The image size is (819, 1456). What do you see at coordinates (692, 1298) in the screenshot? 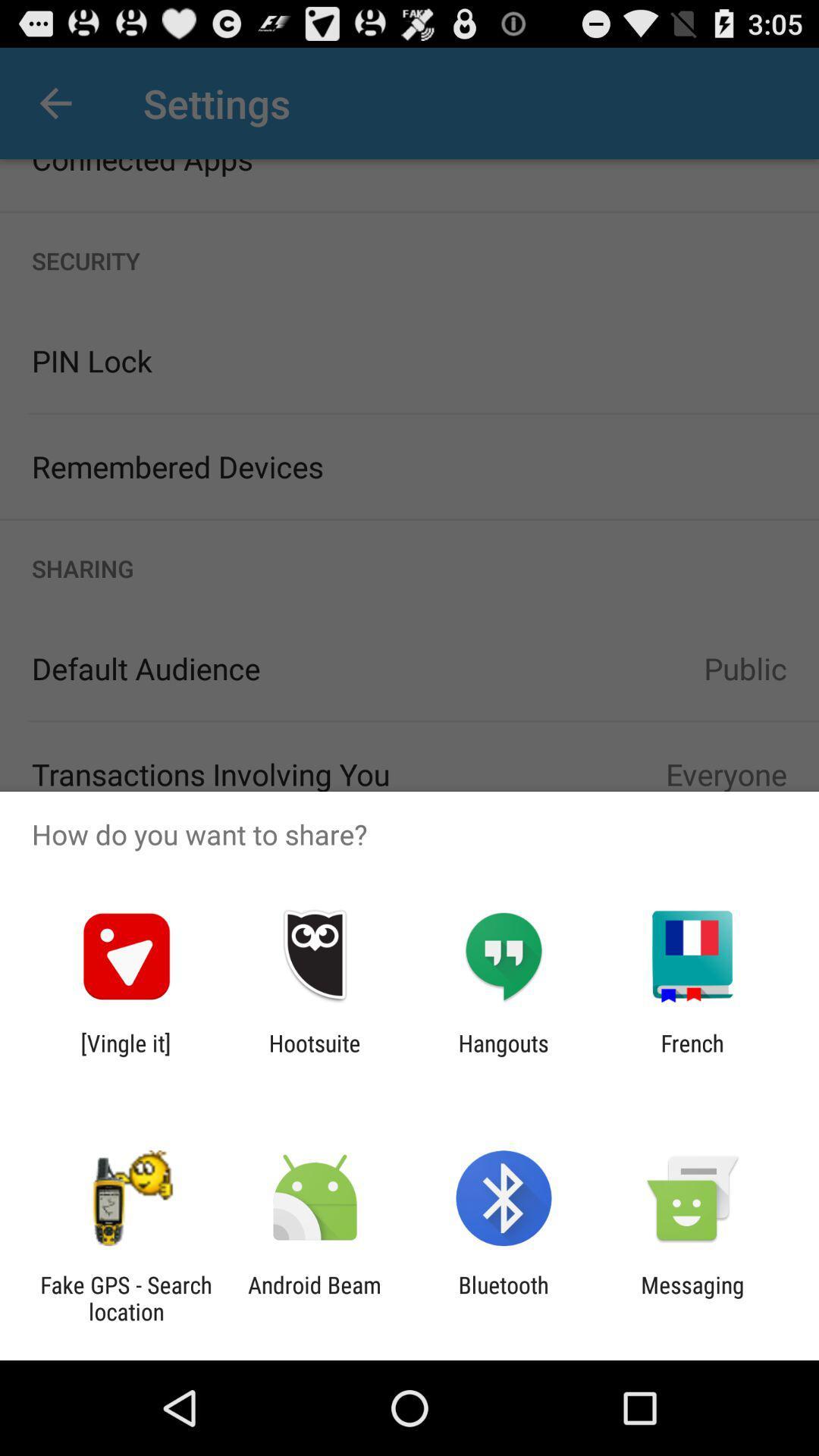
I see `icon next to the bluetooth` at bounding box center [692, 1298].